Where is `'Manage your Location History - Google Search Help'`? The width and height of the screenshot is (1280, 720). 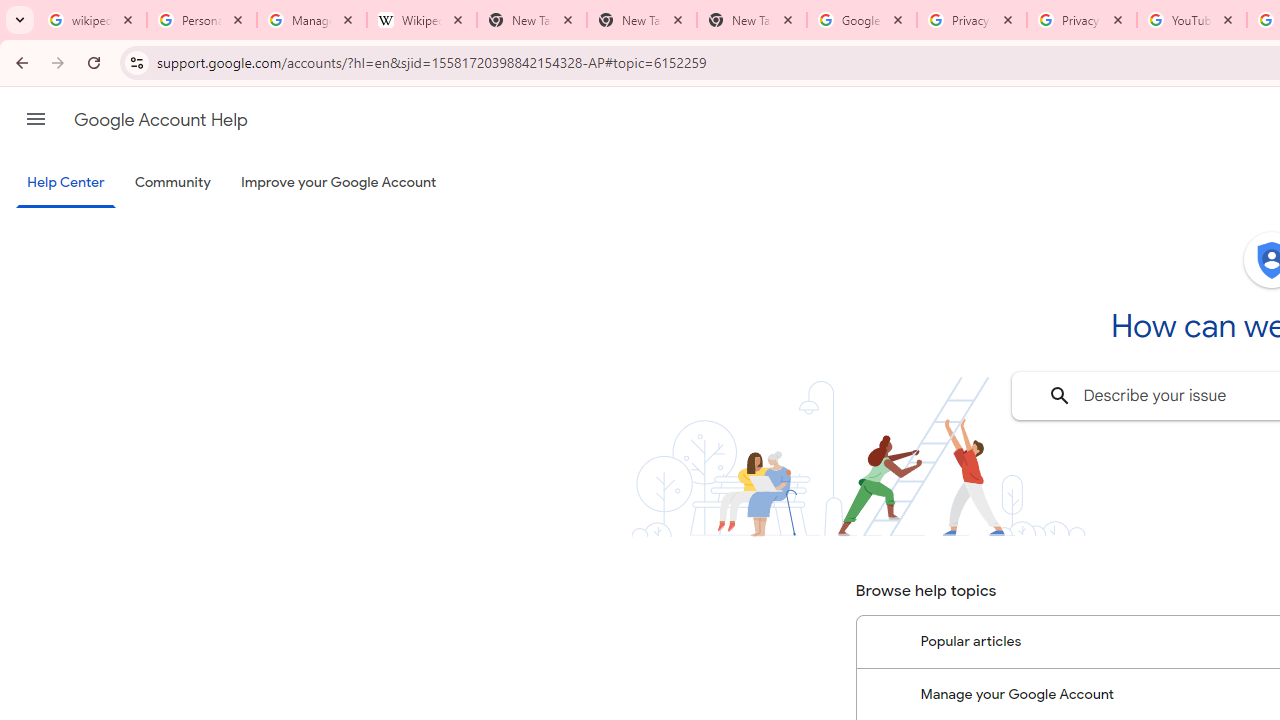
'Manage your Location History - Google Search Help' is located at coordinates (311, 20).